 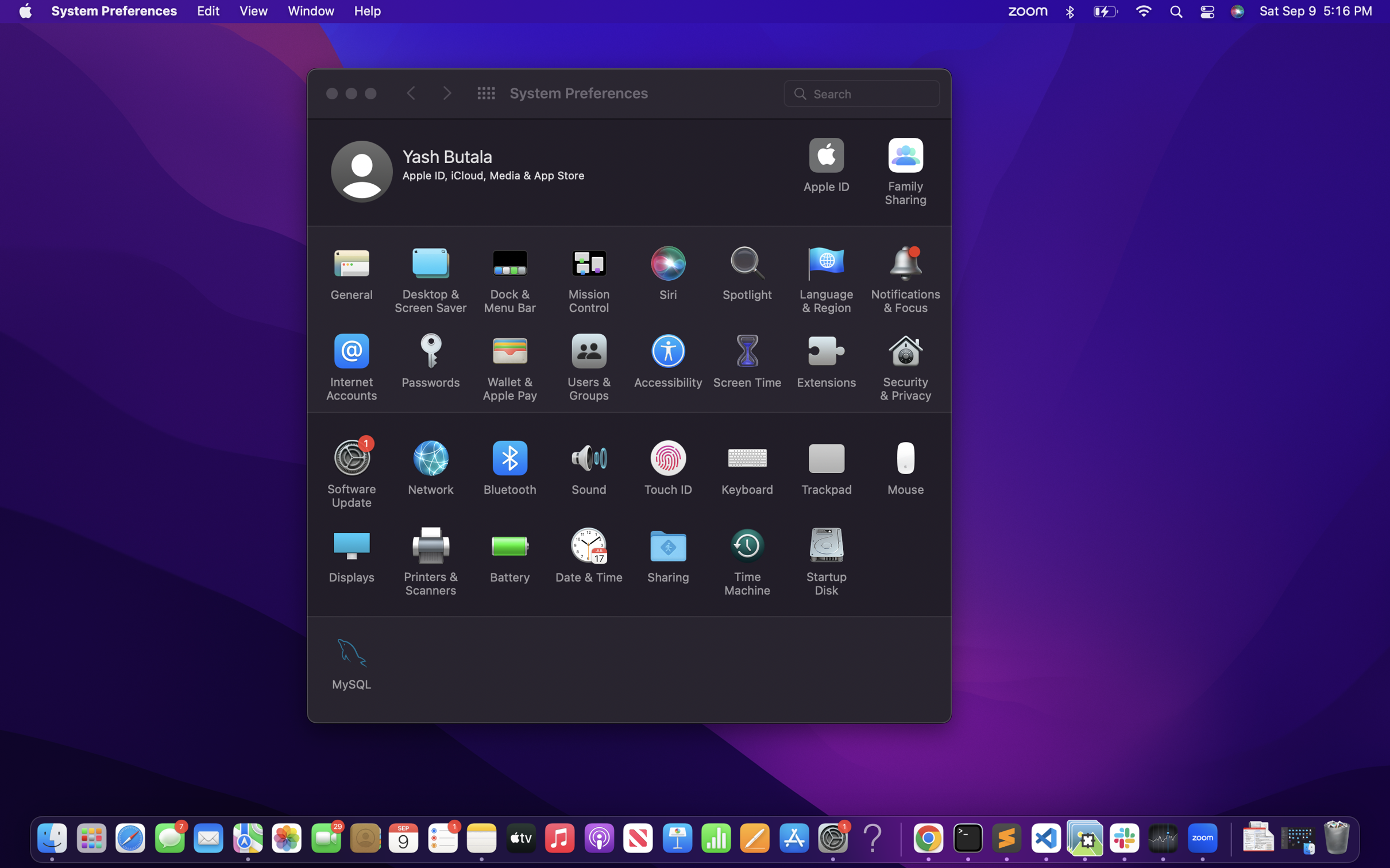 I want to click on desktop and screen saver settings option on the screen, so click(x=431, y=280).